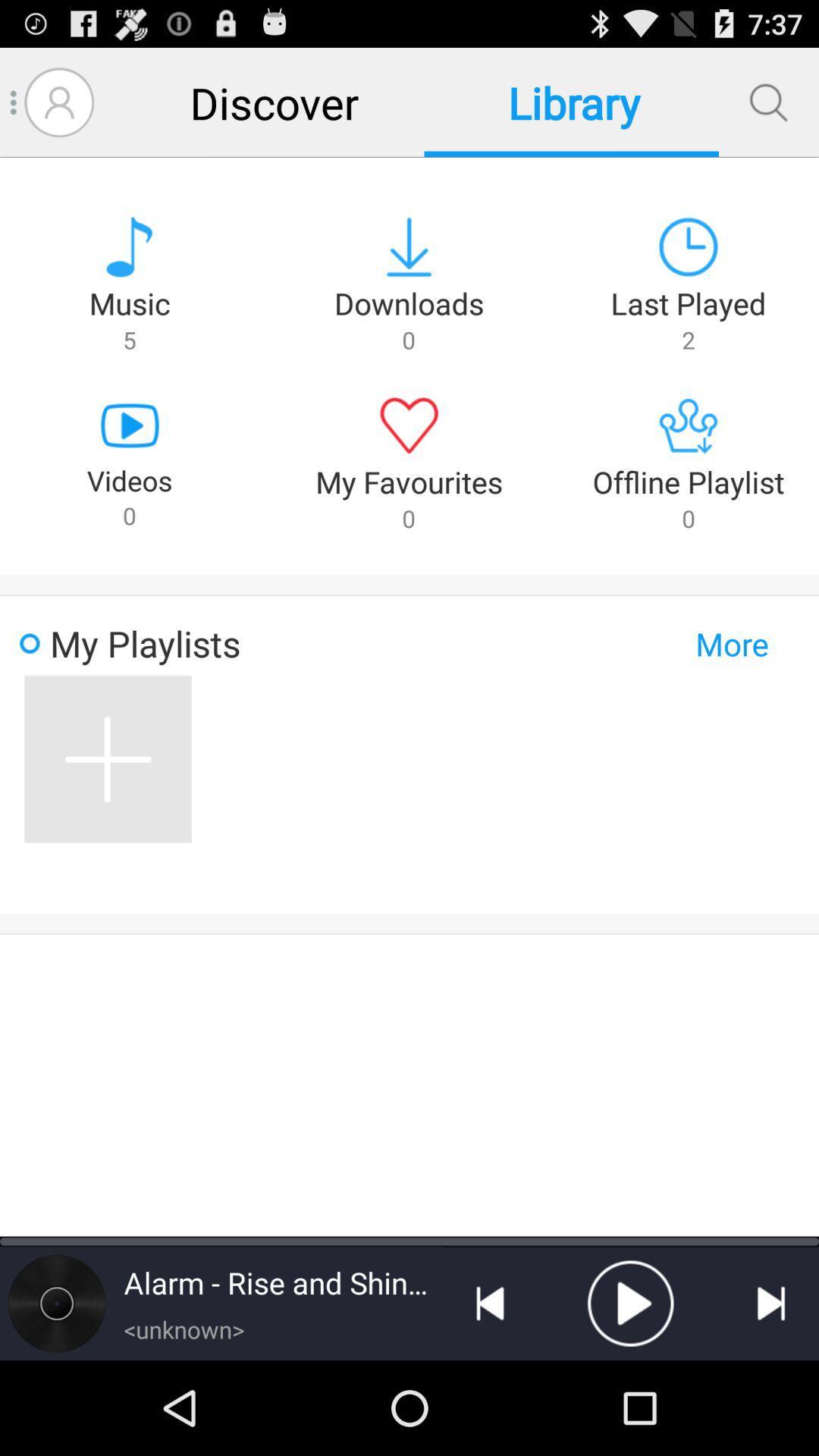  Describe the element at coordinates (58, 108) in the screenshot. I see `the avatar icon` at that location.